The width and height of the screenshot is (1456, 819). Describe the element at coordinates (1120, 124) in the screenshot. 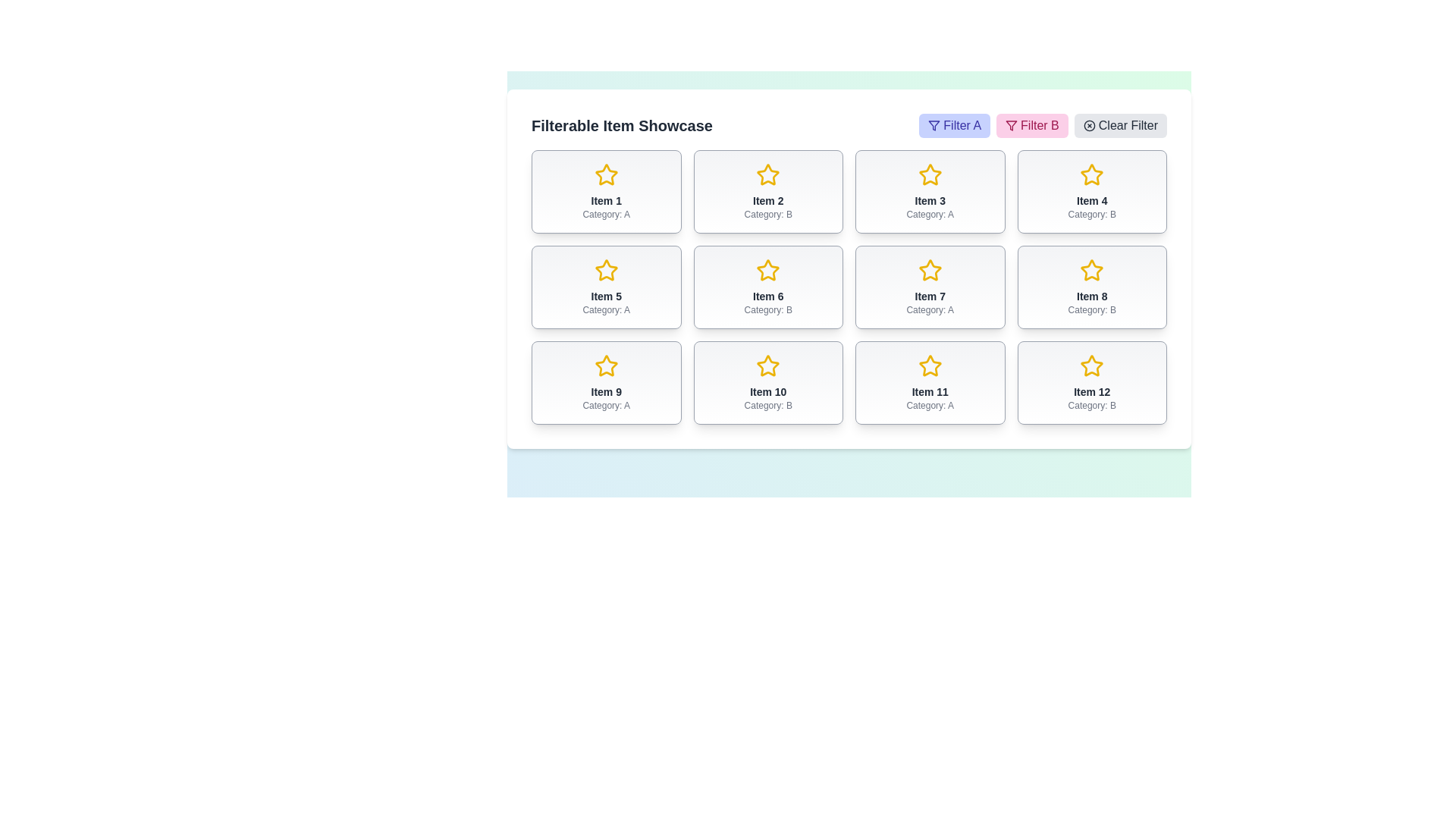

I see `the clear filters button located in the top-right corner of the filter button group, which is the third button after 'Filter A' and 'Filter B'` at that location.